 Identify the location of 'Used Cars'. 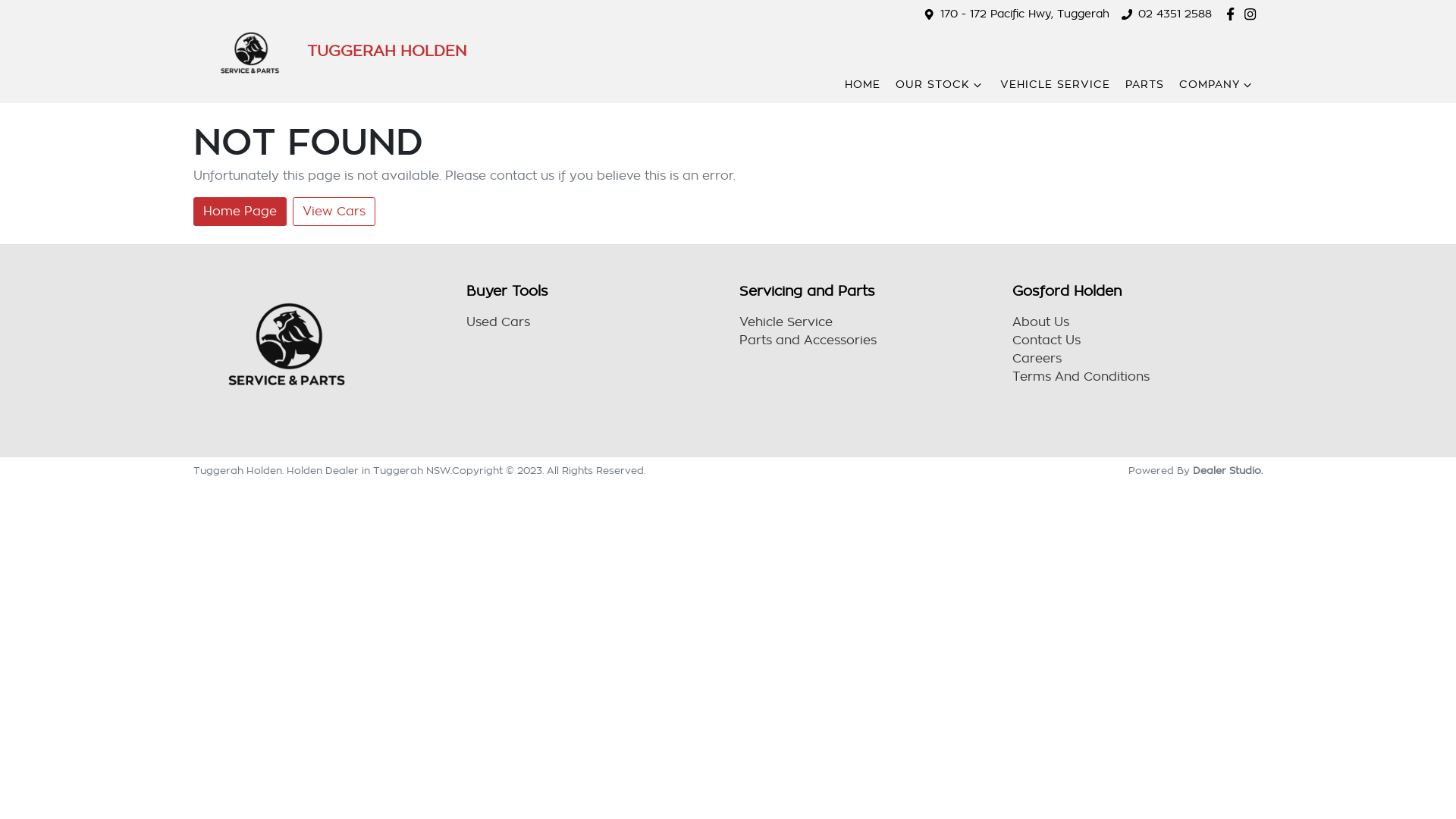
(498, 321).